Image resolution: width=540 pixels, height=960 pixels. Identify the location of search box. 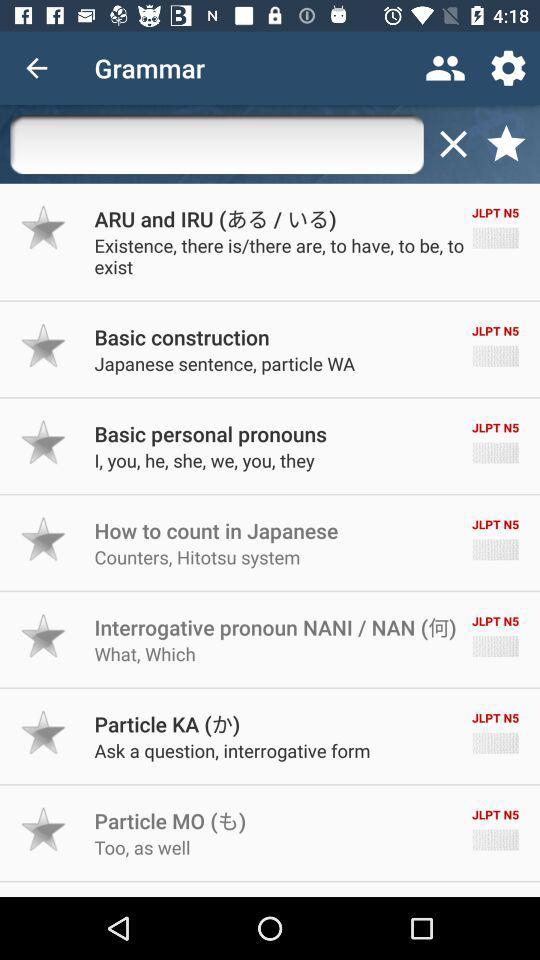
(216, 143).